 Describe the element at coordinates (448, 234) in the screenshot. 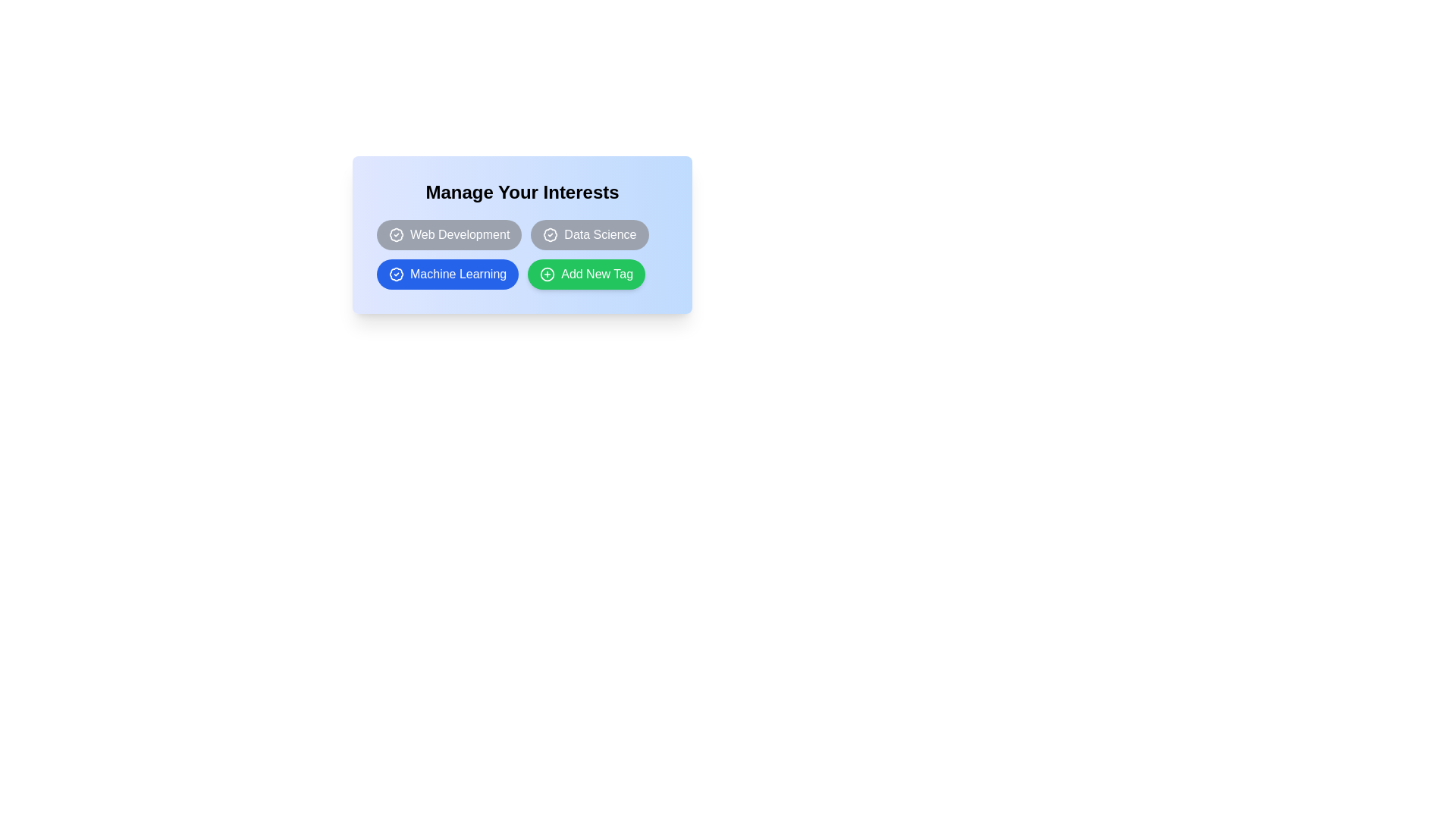

I see `the tag Web Development` at that location.